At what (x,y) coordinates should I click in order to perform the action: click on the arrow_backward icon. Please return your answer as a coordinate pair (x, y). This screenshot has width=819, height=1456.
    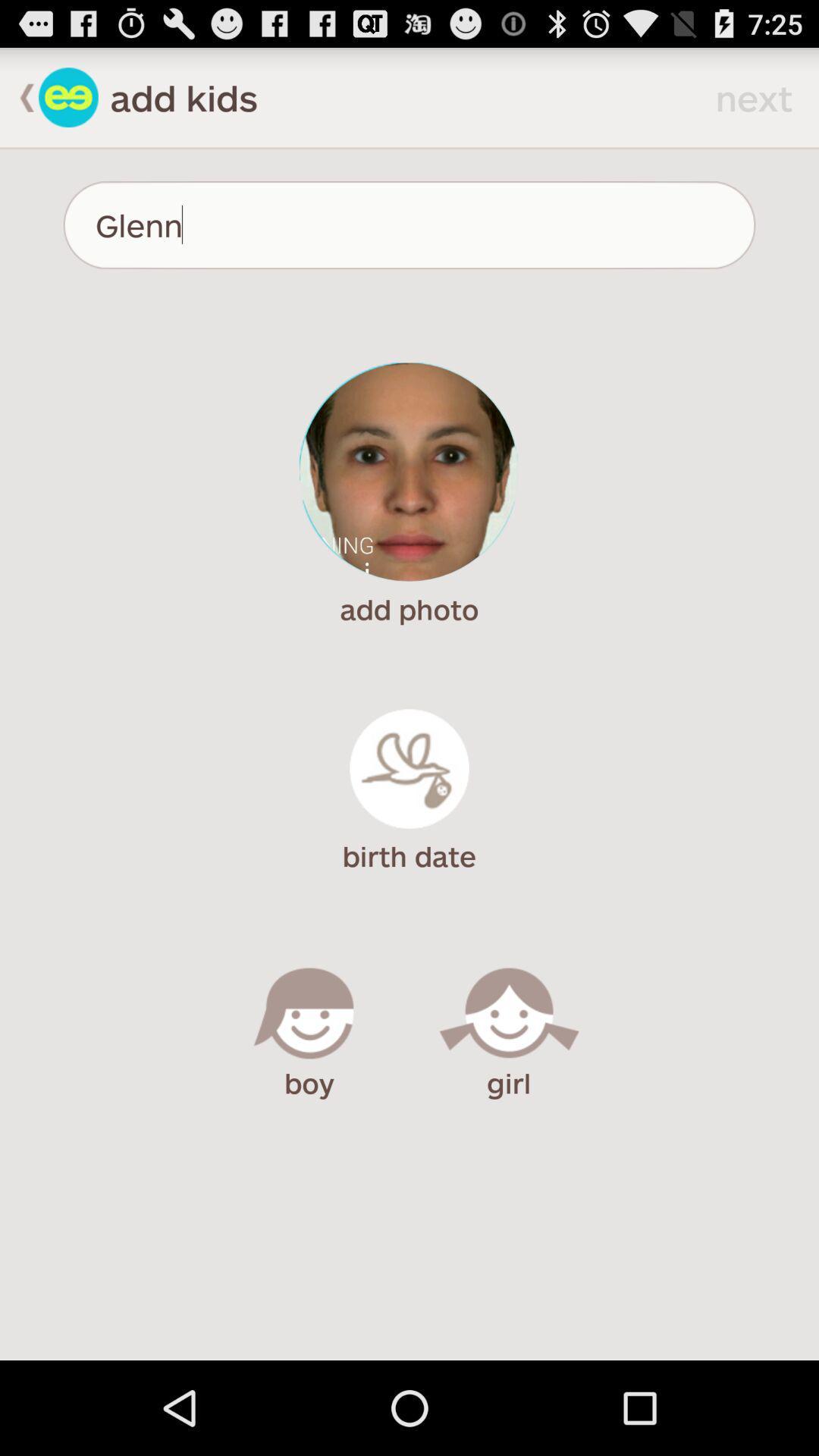
    Looking at the image, I should click on (19, 103).